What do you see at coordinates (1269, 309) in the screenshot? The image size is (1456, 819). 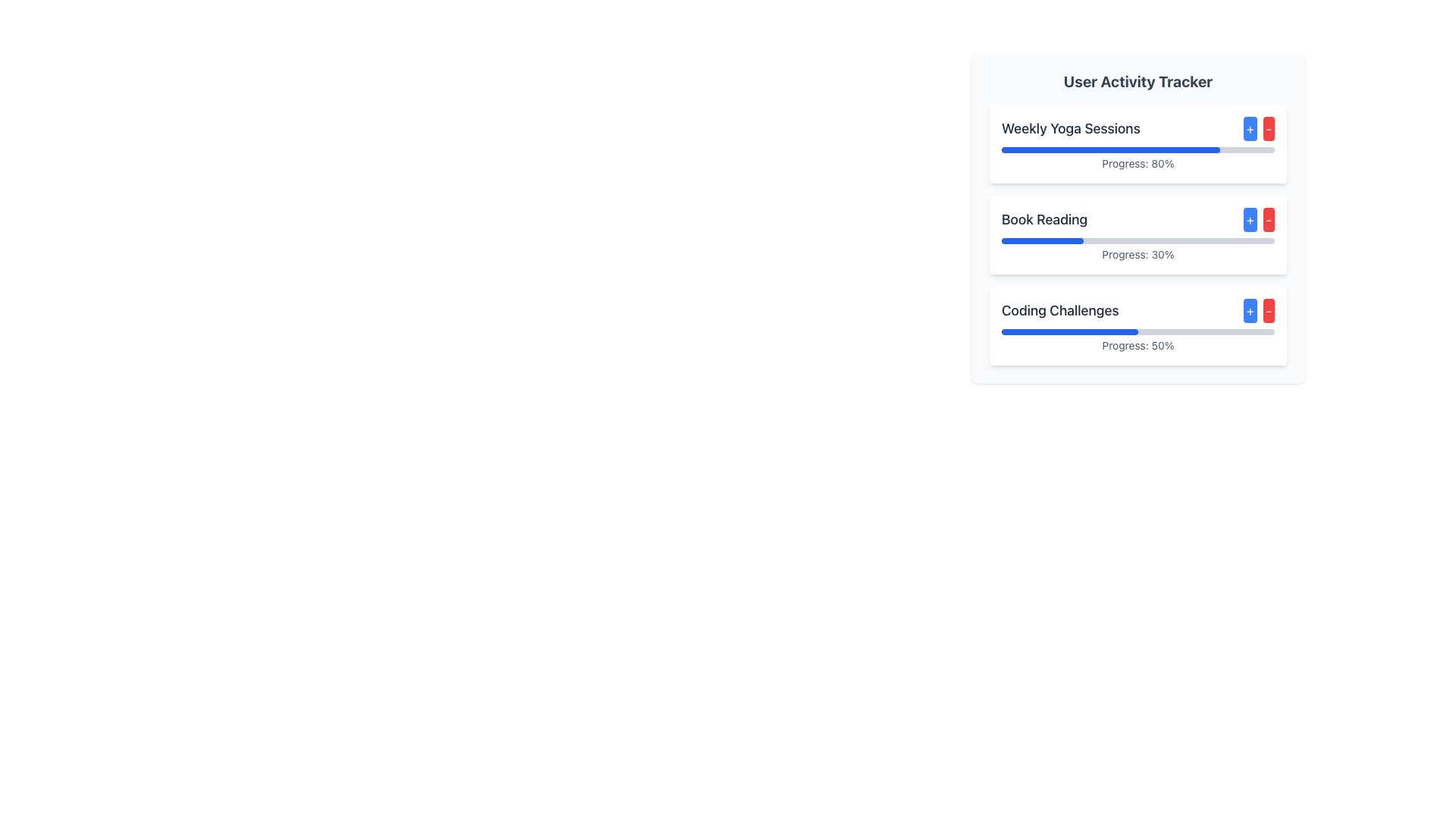 I see `the decrement button located to the right of the increment button in the 'Coding Challenges' card under 'User Activity Tracker'` at bounding box center [1269, 309].